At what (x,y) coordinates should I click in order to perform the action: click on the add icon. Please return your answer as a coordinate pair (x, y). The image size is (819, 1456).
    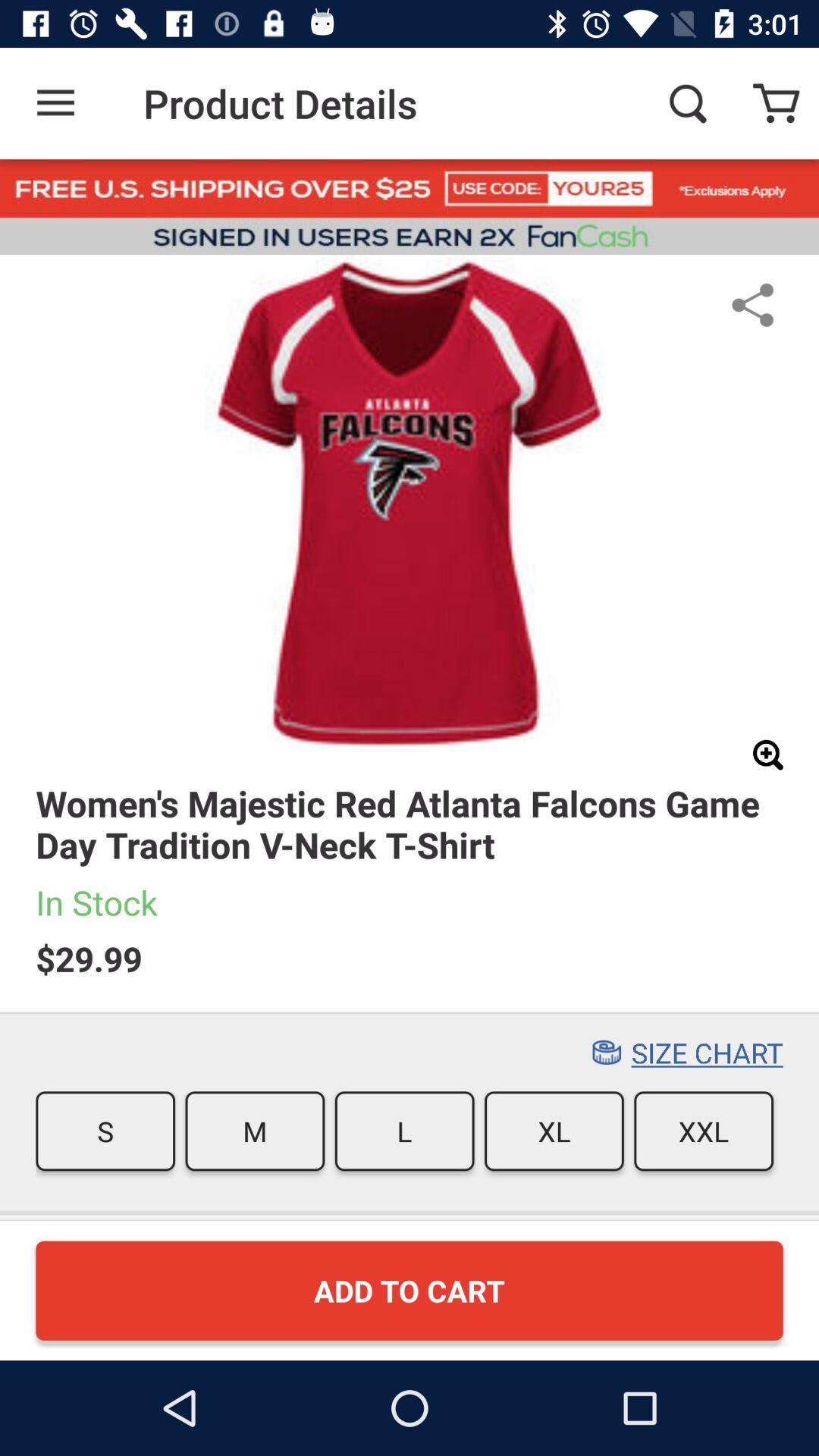
    Looking at the image, I should click on (767, 755).